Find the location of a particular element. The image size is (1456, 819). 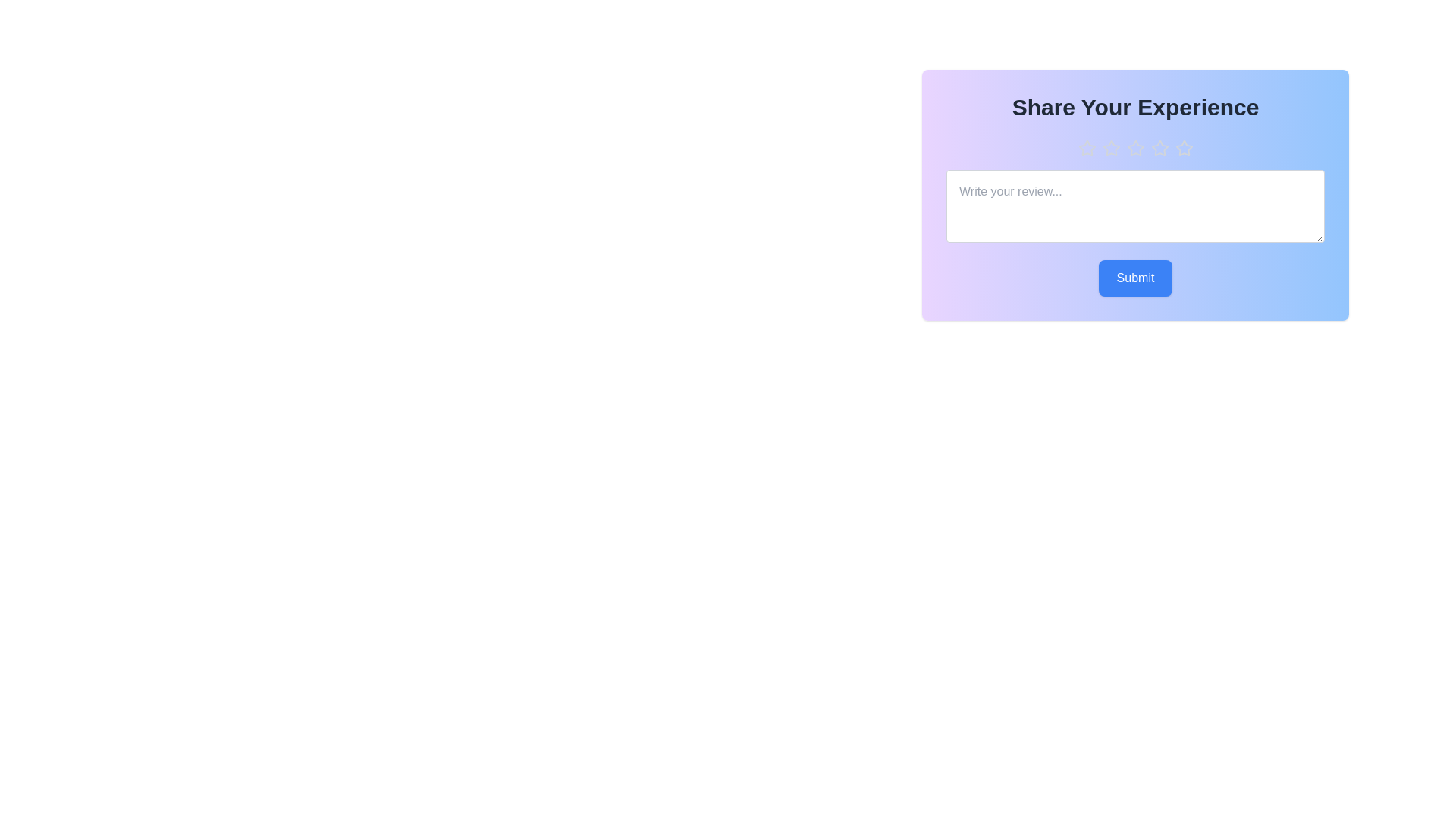

the 'Submit' button to submit the review is located at coordinates (1135, 278).